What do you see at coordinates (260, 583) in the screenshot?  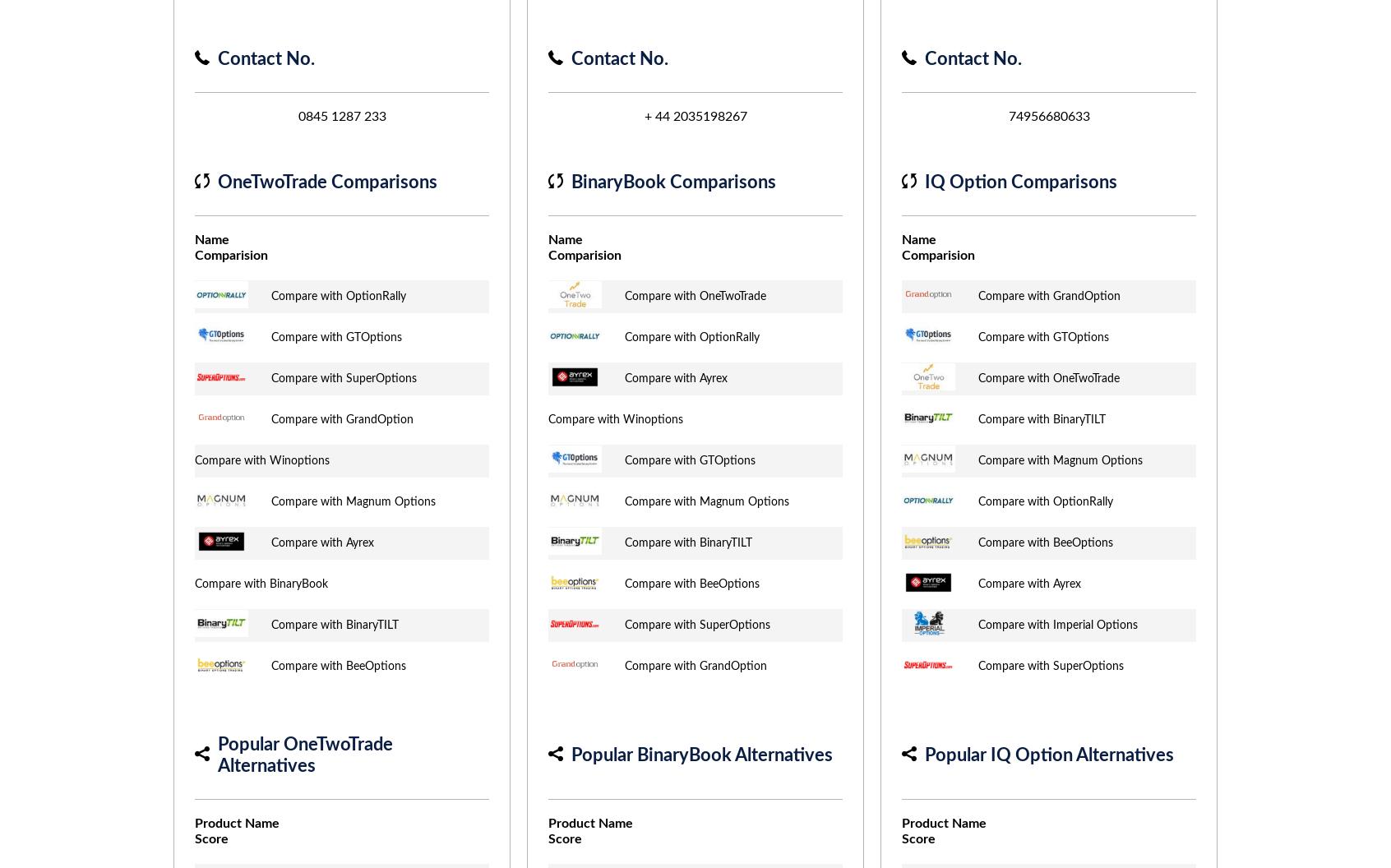 I see `'Compare with BinaryBook'` at bounding box center [260, 583].